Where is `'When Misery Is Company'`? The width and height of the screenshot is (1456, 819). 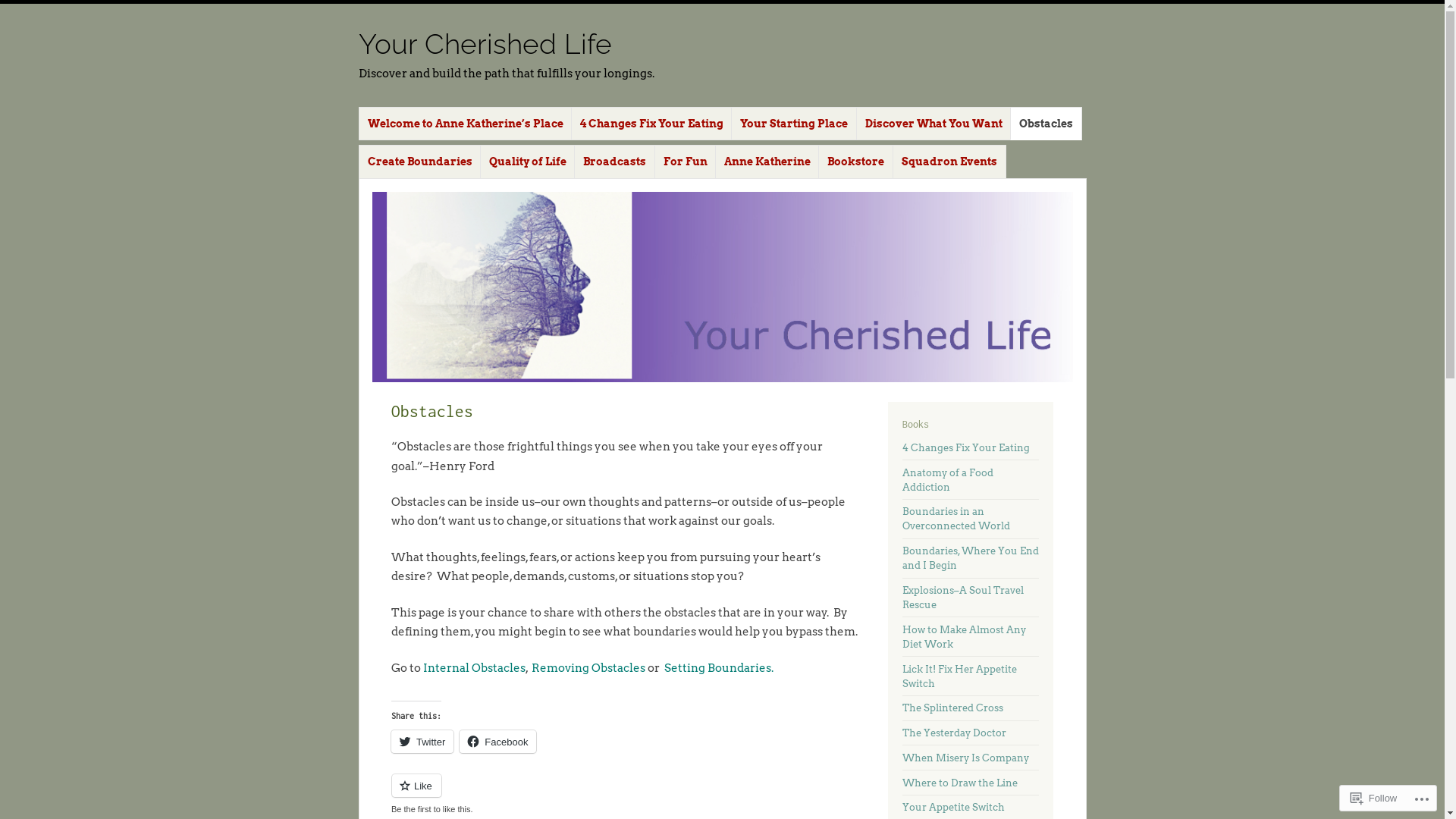
'When Misery Is Company' is located at coordinates (902, 758).